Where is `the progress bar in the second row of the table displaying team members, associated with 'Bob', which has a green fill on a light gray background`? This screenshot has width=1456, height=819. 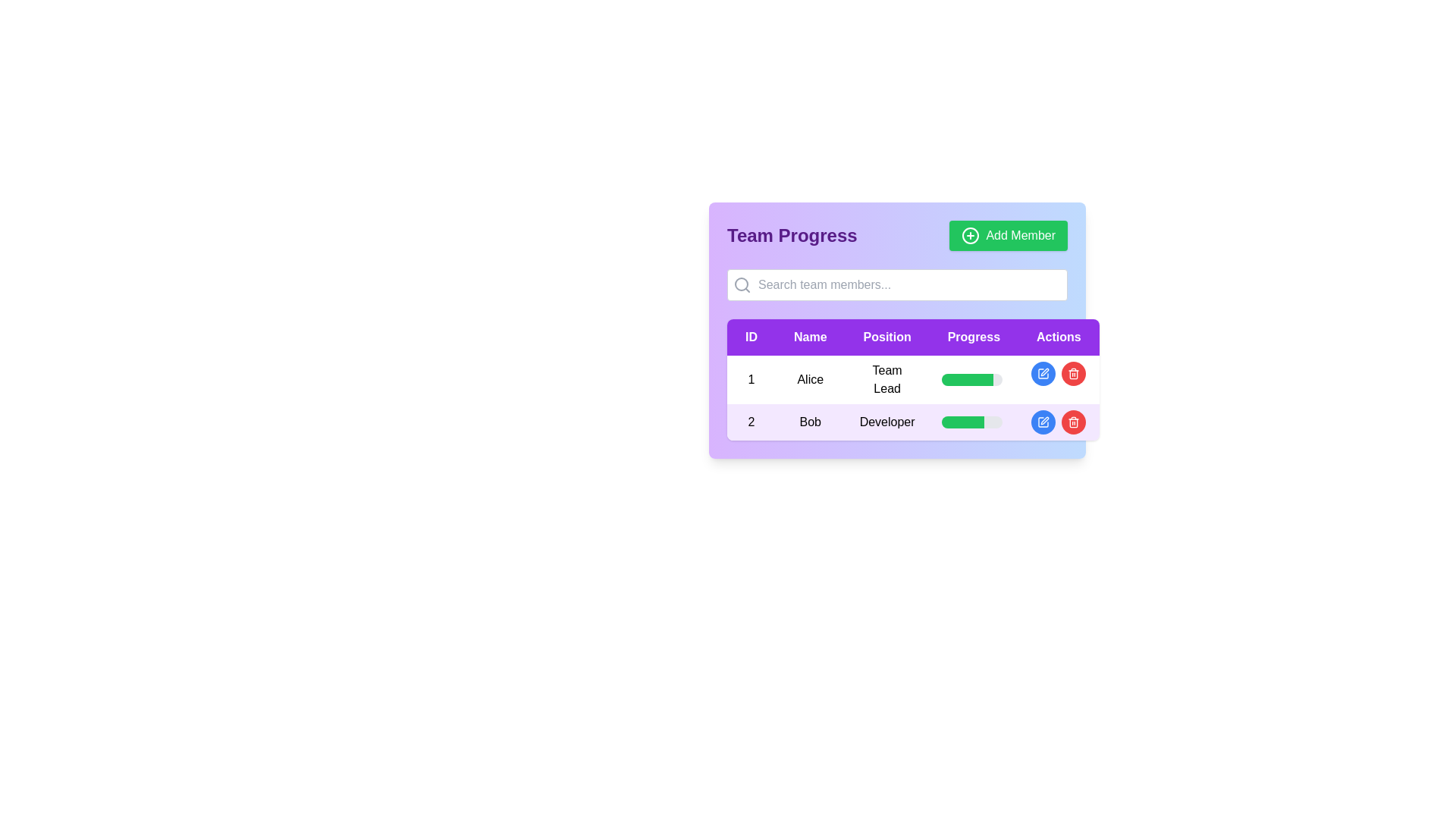
the progress bar in the second row of the table displaying team members, associated with 'Bob', which has a green fill on a light gray background is located at coordinates (971, 422).